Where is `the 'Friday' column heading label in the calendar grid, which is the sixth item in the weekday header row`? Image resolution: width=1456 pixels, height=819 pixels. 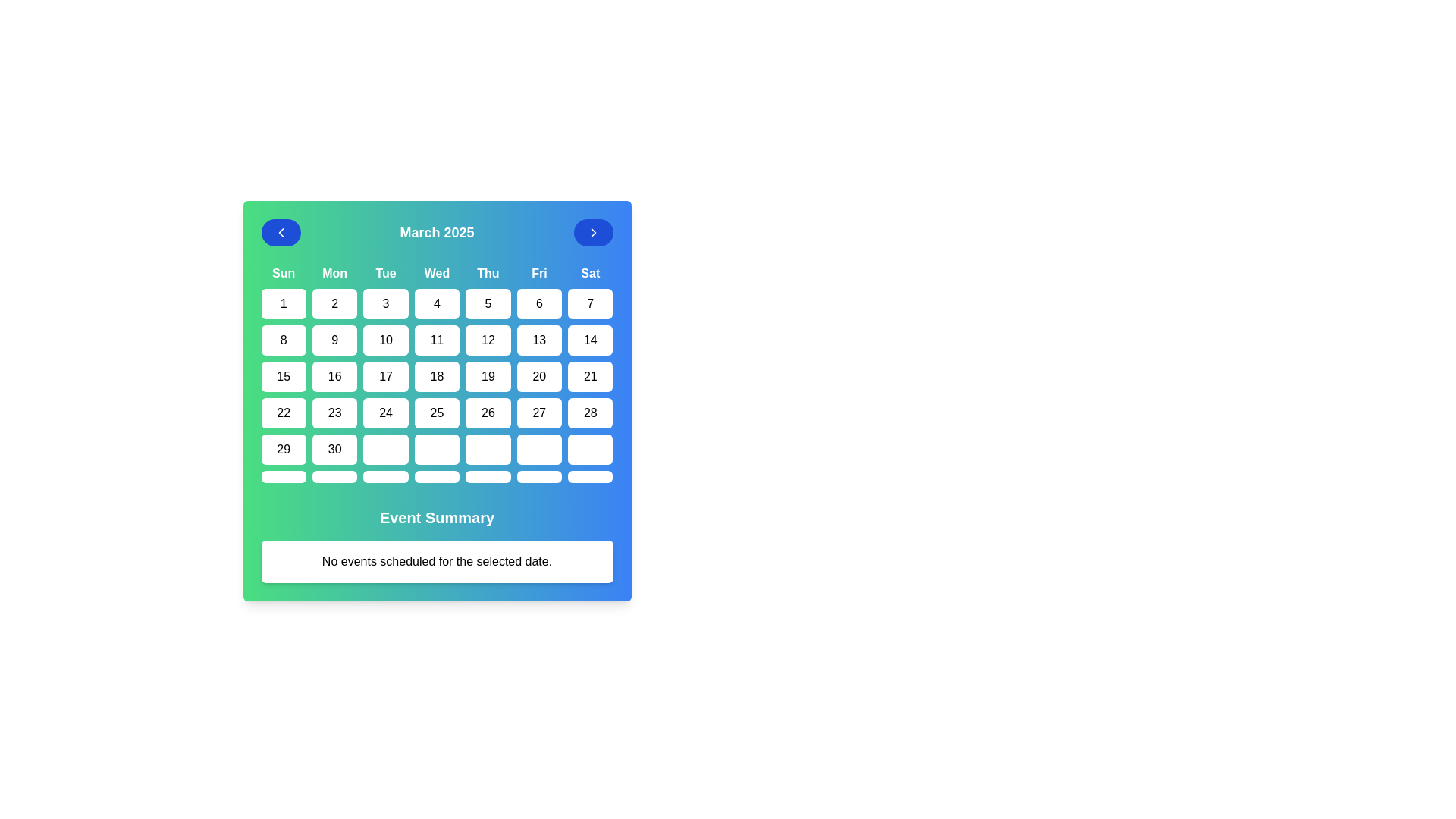
the 'Friday' column heading label in the calendar grid, which is the sixth item in the weekday header row is located at coordinates (539, 274).